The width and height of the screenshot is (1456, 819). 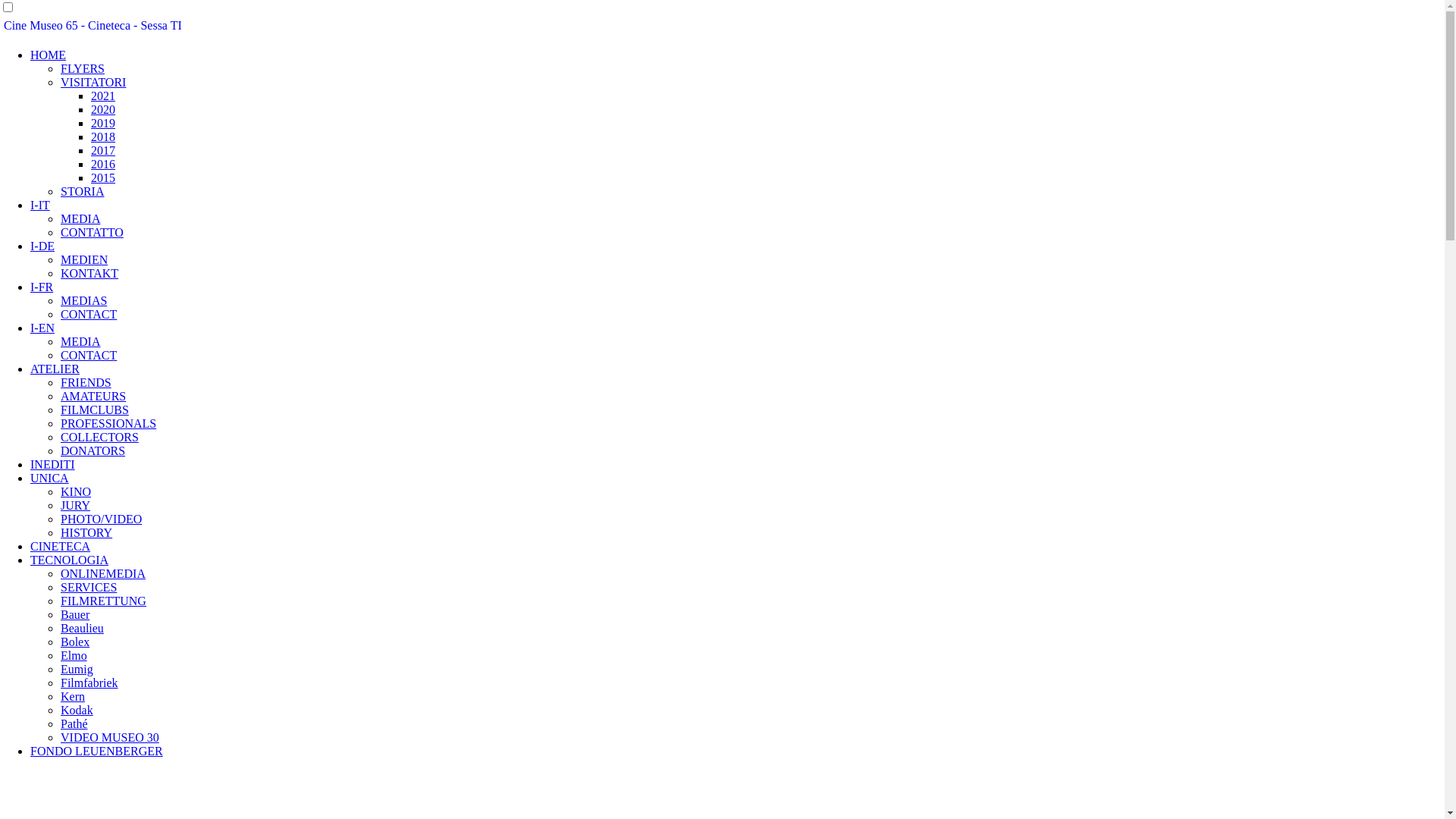 I want to click on 'AMATEURS', so click(x=93, y=395).